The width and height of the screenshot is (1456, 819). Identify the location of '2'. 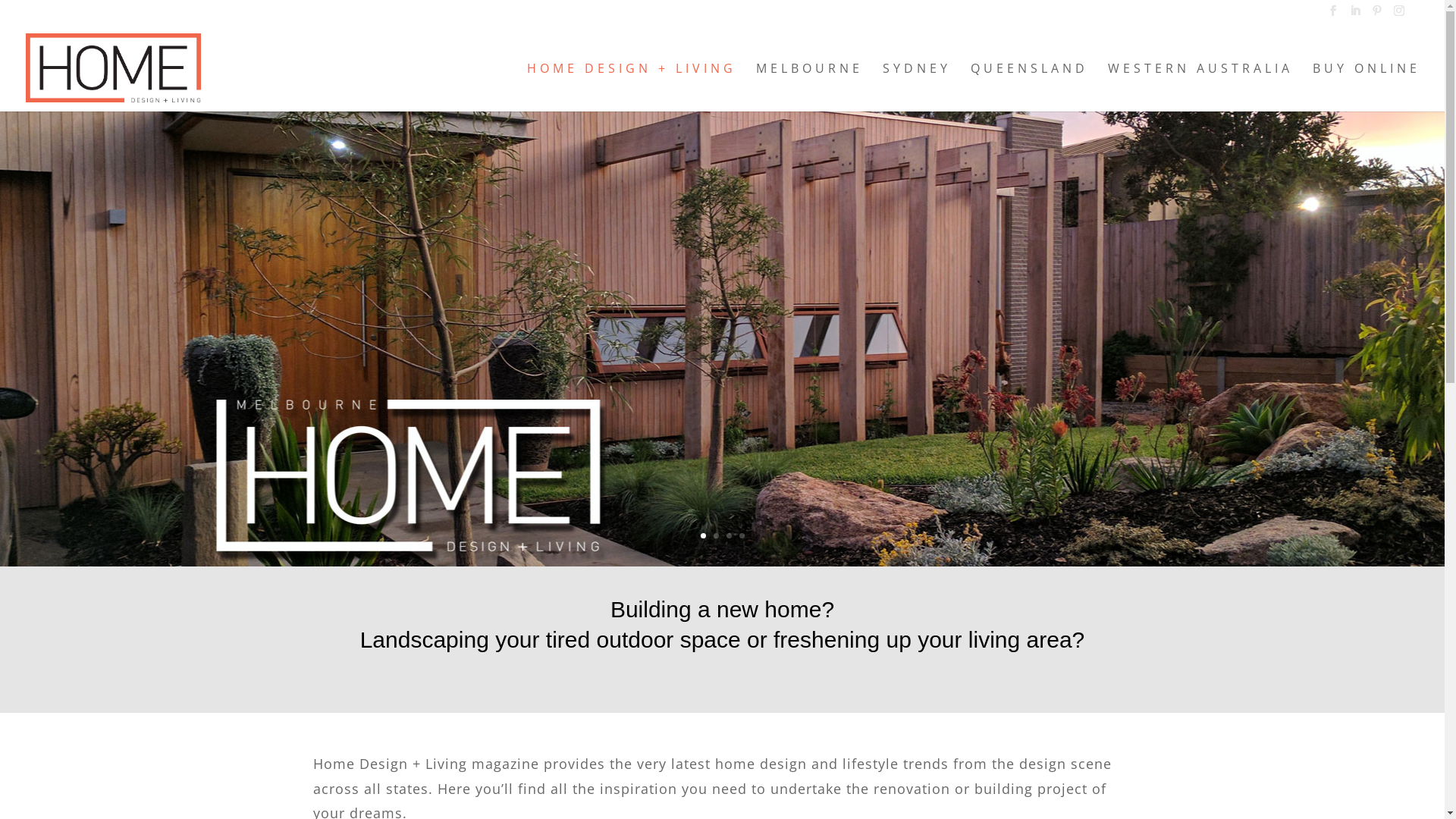
(714, 535).